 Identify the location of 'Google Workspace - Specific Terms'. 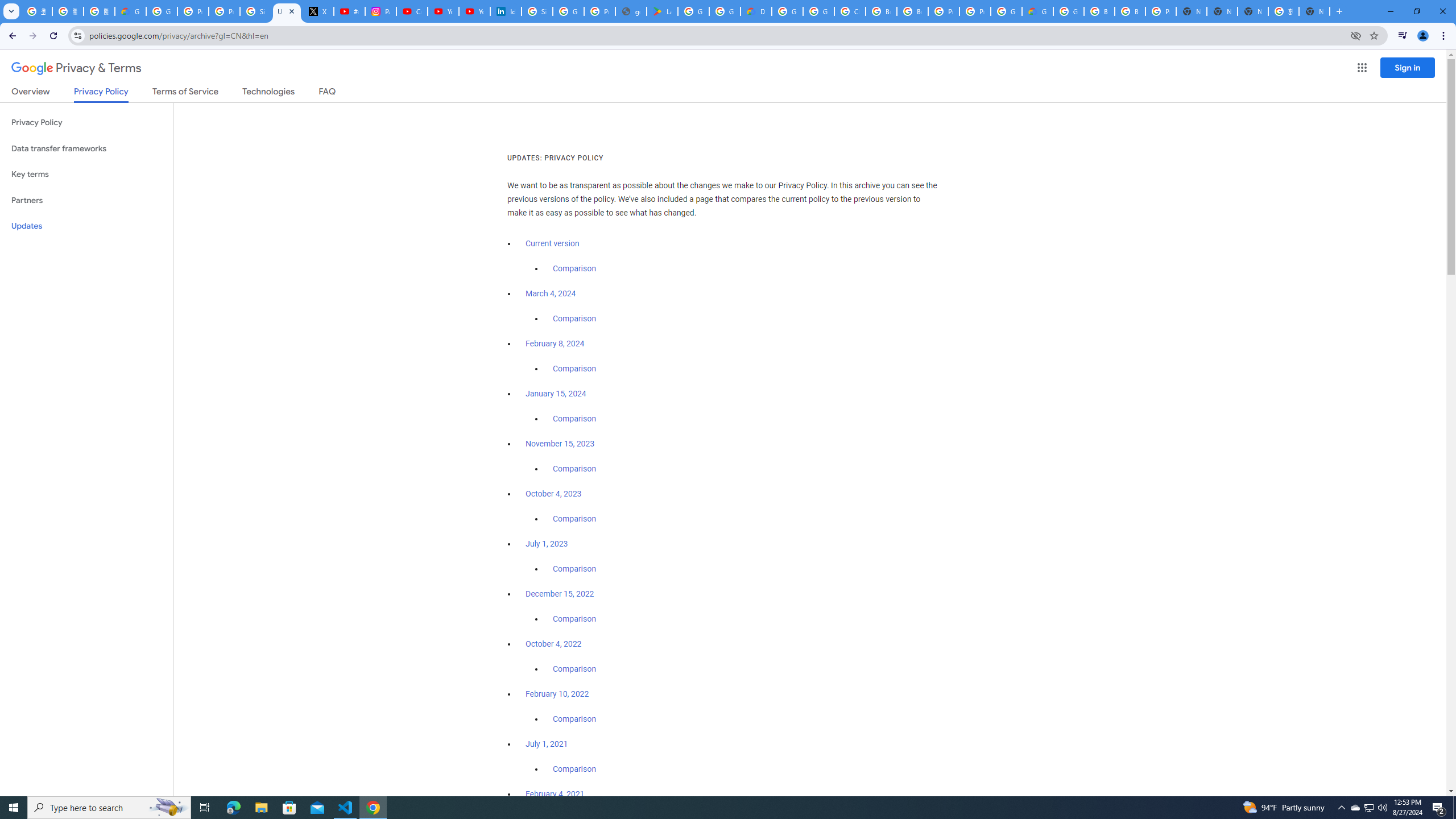
(724, 11).